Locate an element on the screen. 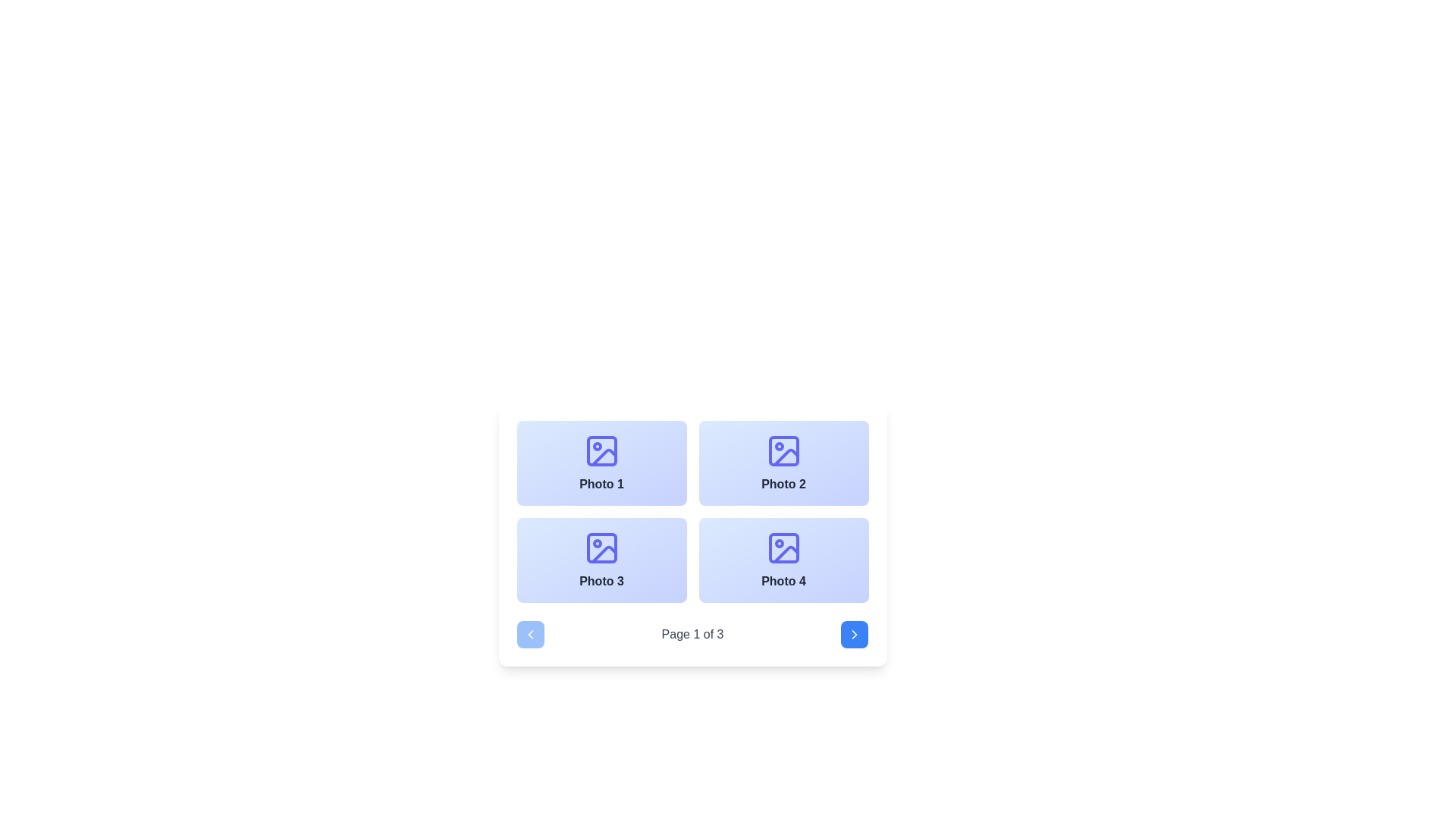 This screenshot has width=1456, height=819. the background shape element of the image icon located in the fourth cell of a 2x2 grid layout, which serves as a frame for the picture placeholder is located at coordinates (783, 548).